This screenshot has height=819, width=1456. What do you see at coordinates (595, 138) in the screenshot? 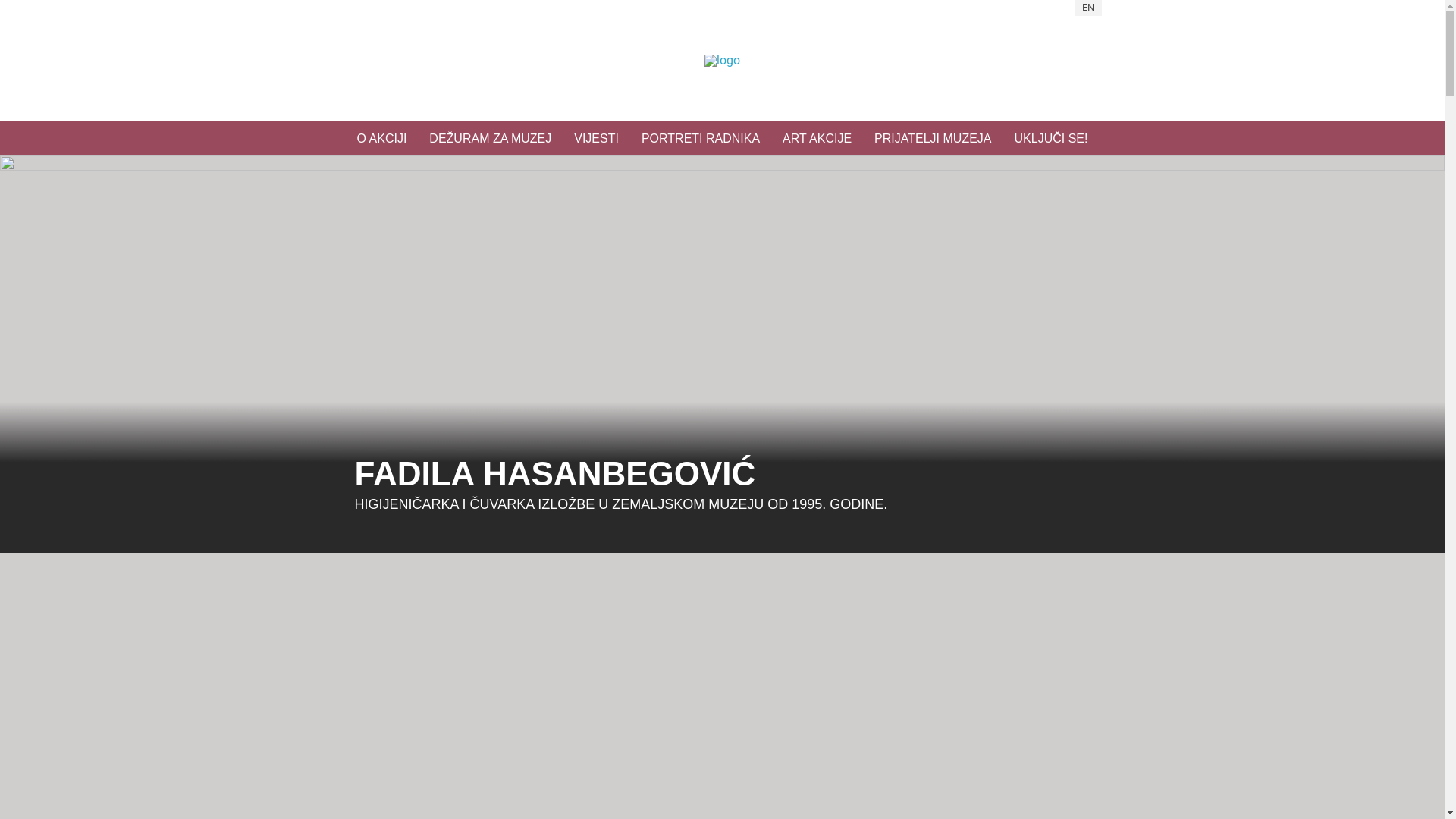
I see `'VIJESTI'` at bounding box center [595, 138].